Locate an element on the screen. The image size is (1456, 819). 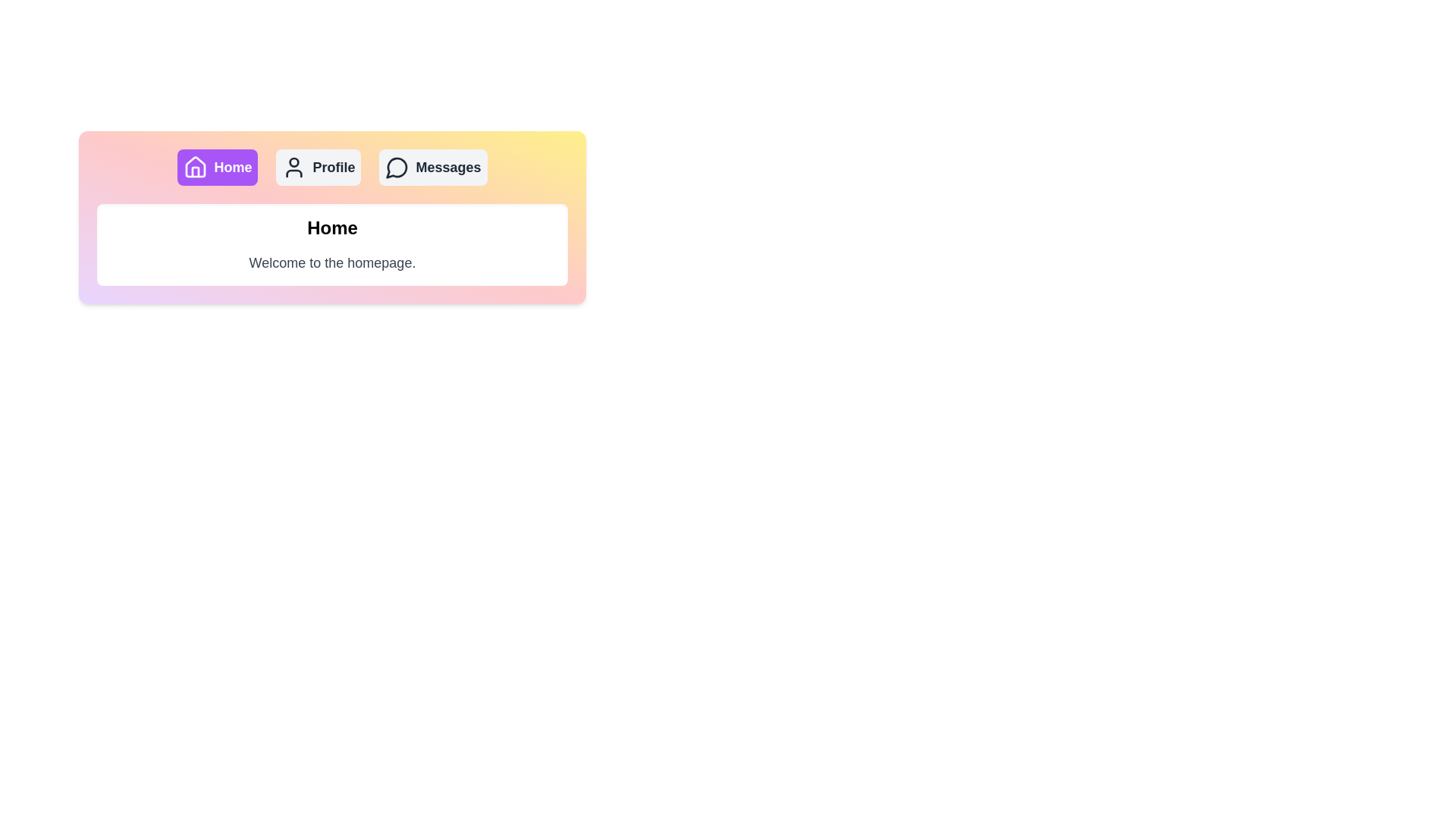
the Home tab by clicking its button is located at coordinates (217, 167).